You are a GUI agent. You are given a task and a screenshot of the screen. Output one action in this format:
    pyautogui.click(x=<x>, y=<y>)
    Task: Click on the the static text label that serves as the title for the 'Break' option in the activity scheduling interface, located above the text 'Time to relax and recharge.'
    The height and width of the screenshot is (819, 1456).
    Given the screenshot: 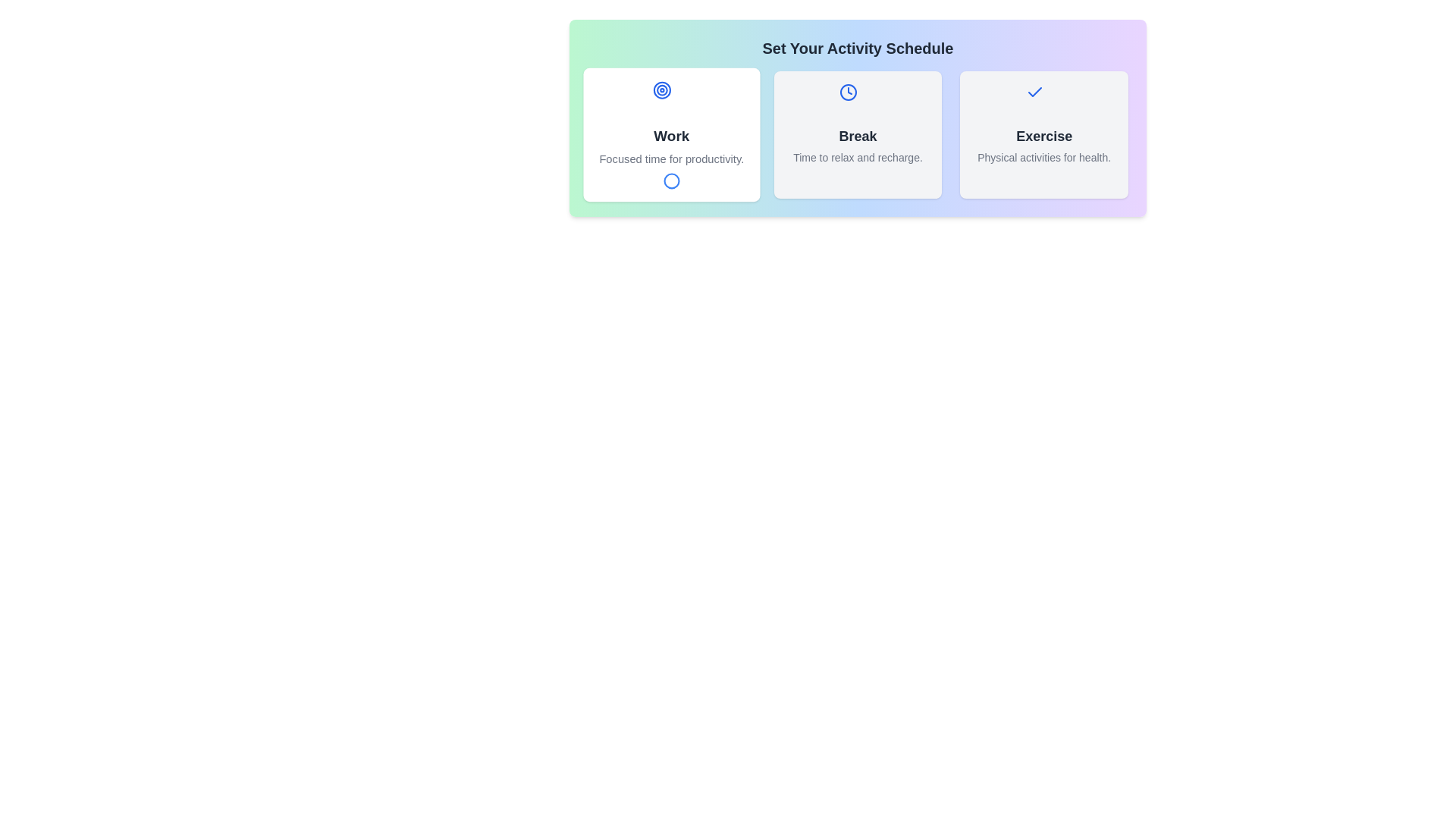 What is the action you would take?
    pyautogui.click(x=858, y=136)
    